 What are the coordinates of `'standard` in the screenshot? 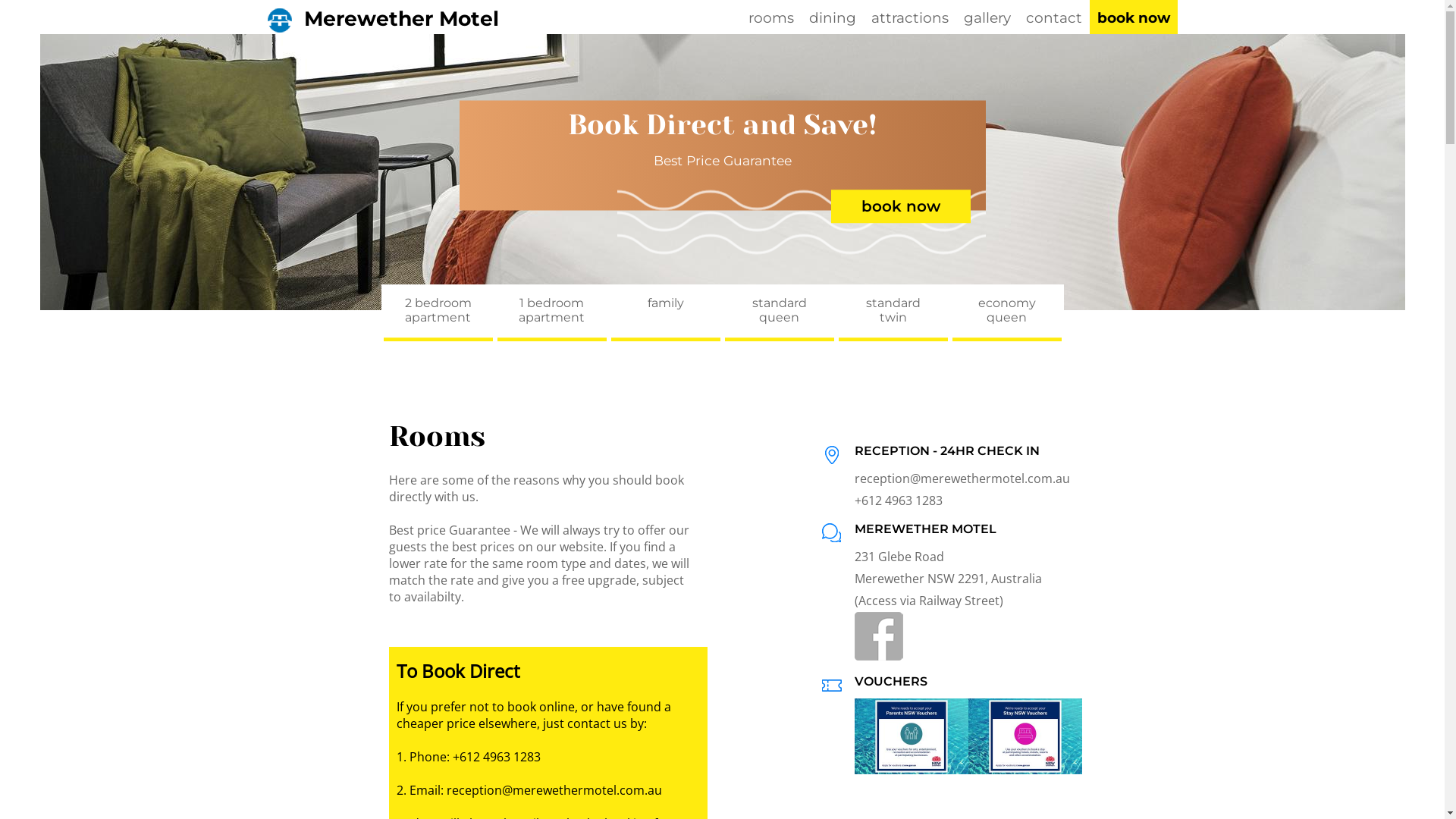 It's located at (779, 314).